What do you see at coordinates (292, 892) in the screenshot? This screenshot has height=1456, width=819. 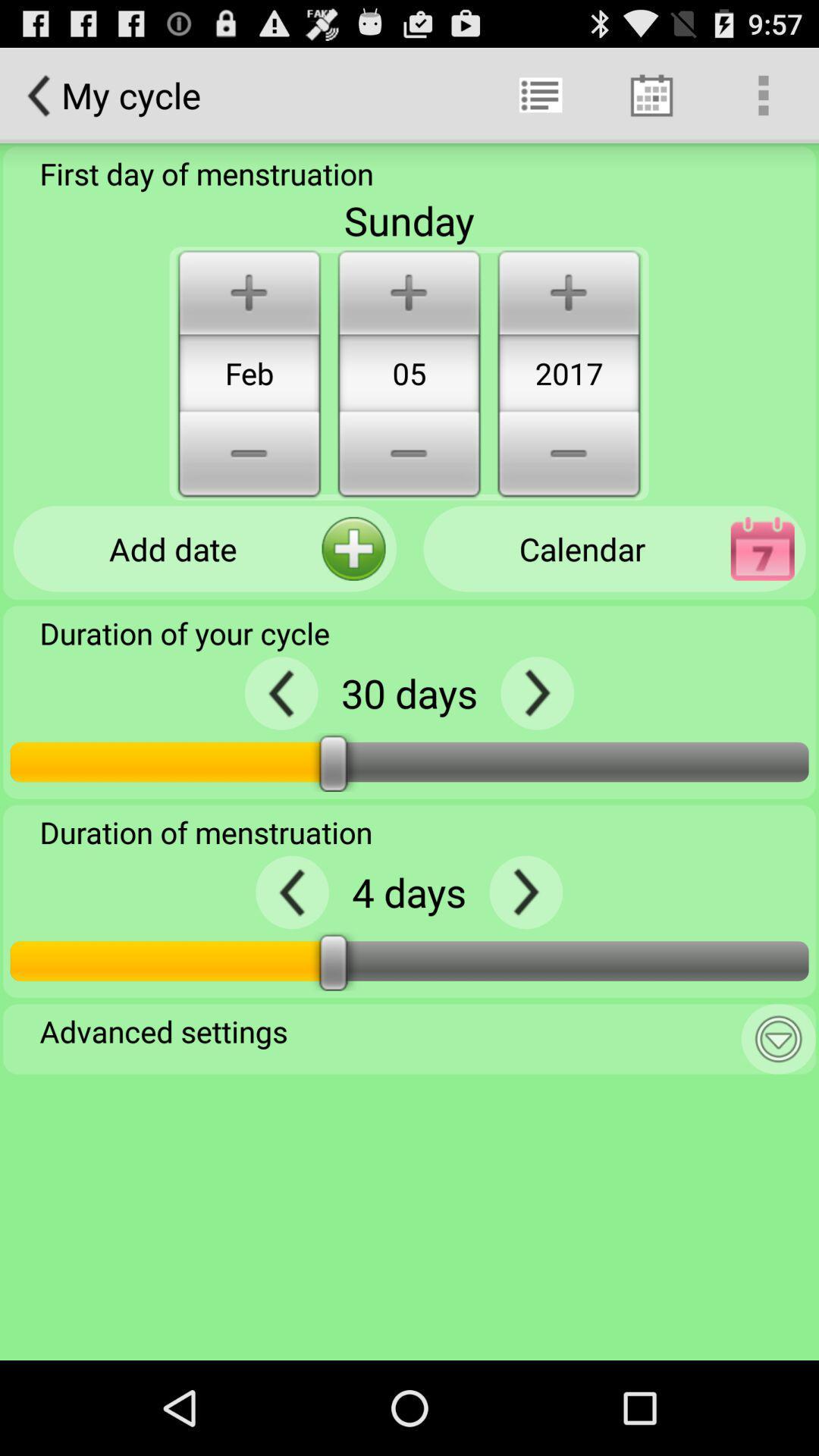 I see `the backward arrow button on the left to the option 4 days on the web page` at bounding box center [292, 892].